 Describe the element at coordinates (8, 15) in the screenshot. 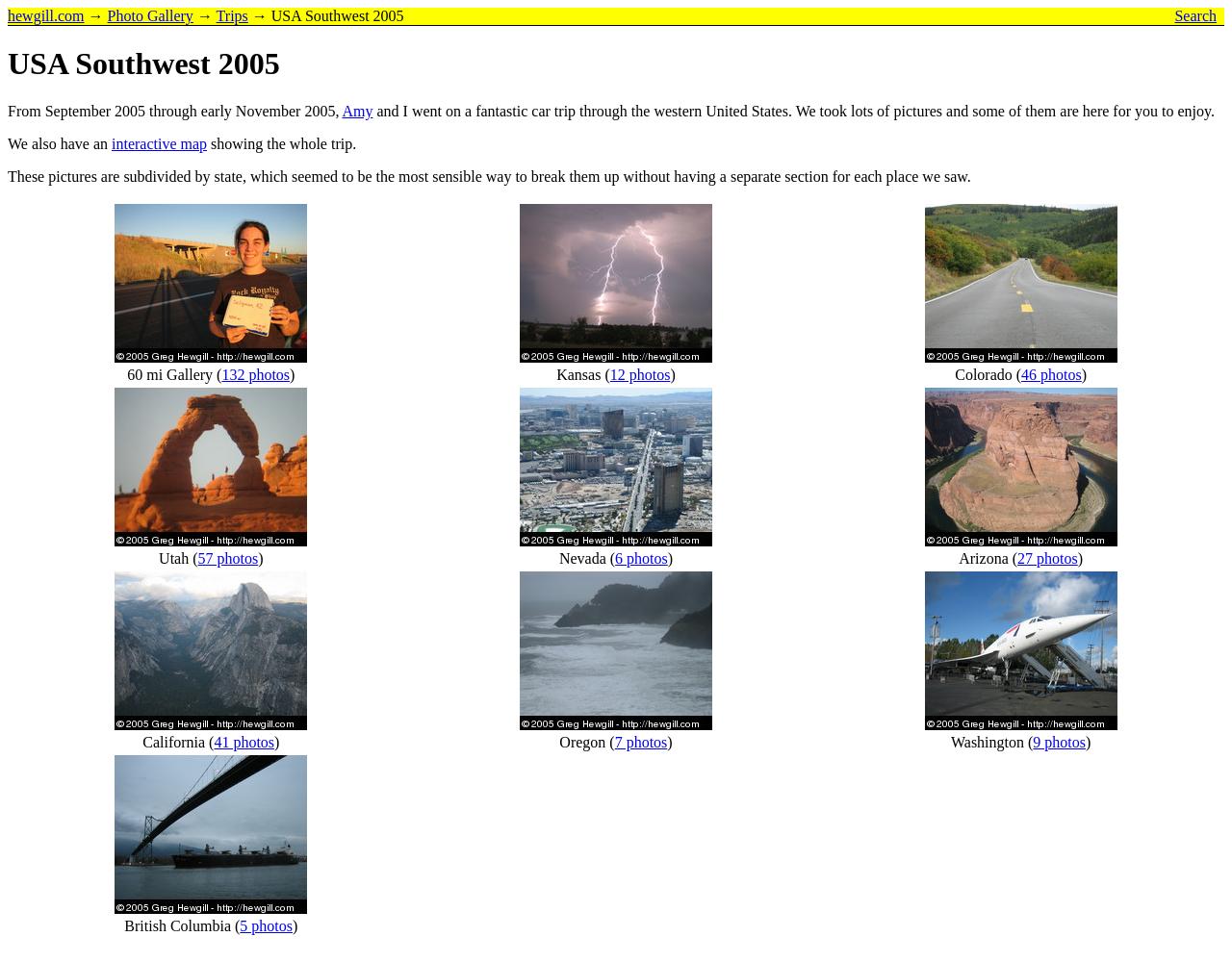

I see `'hewgill.com'` at that location.